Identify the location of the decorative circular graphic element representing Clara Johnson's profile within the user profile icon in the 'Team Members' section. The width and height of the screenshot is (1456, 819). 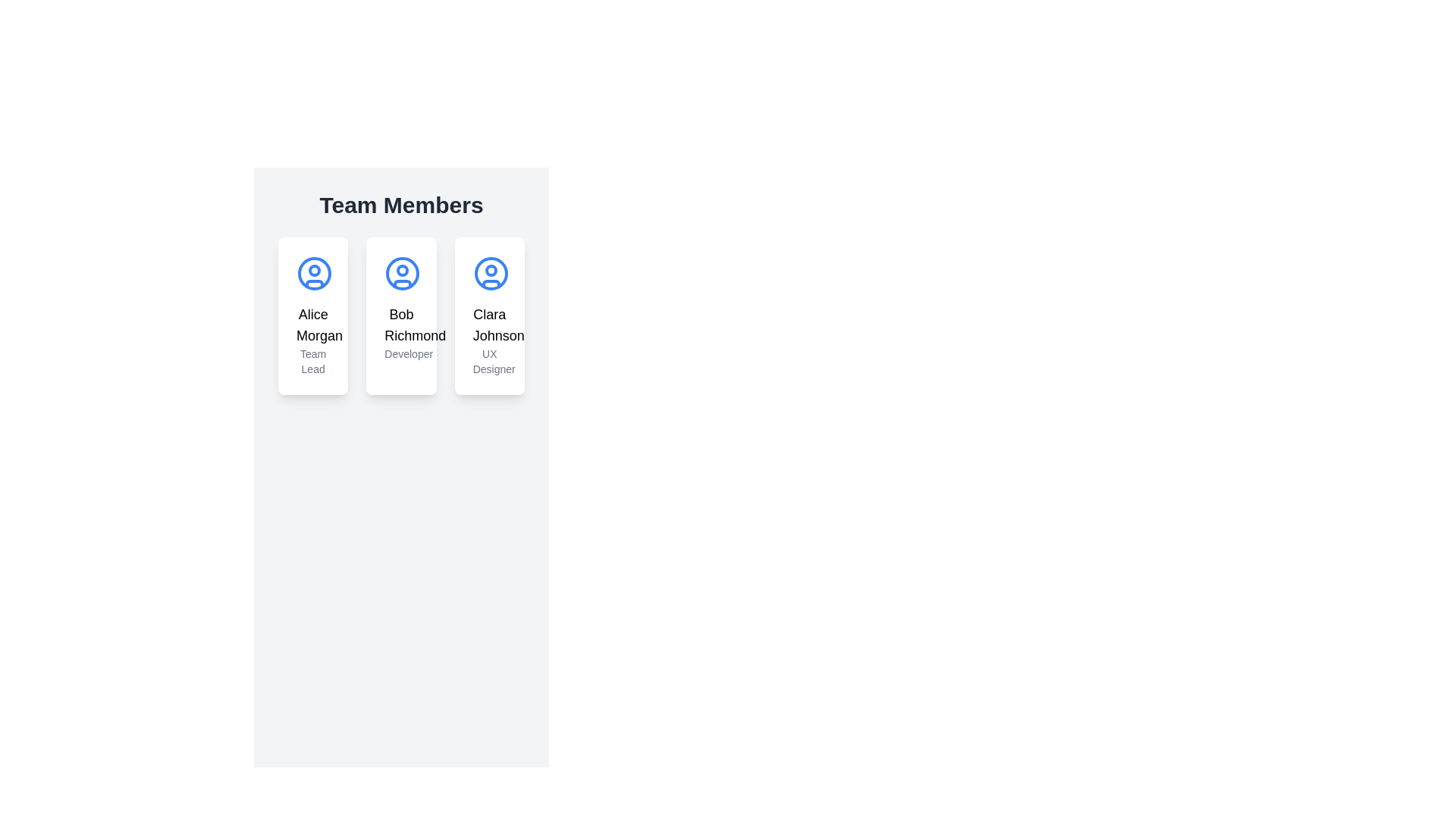
(491, 274).